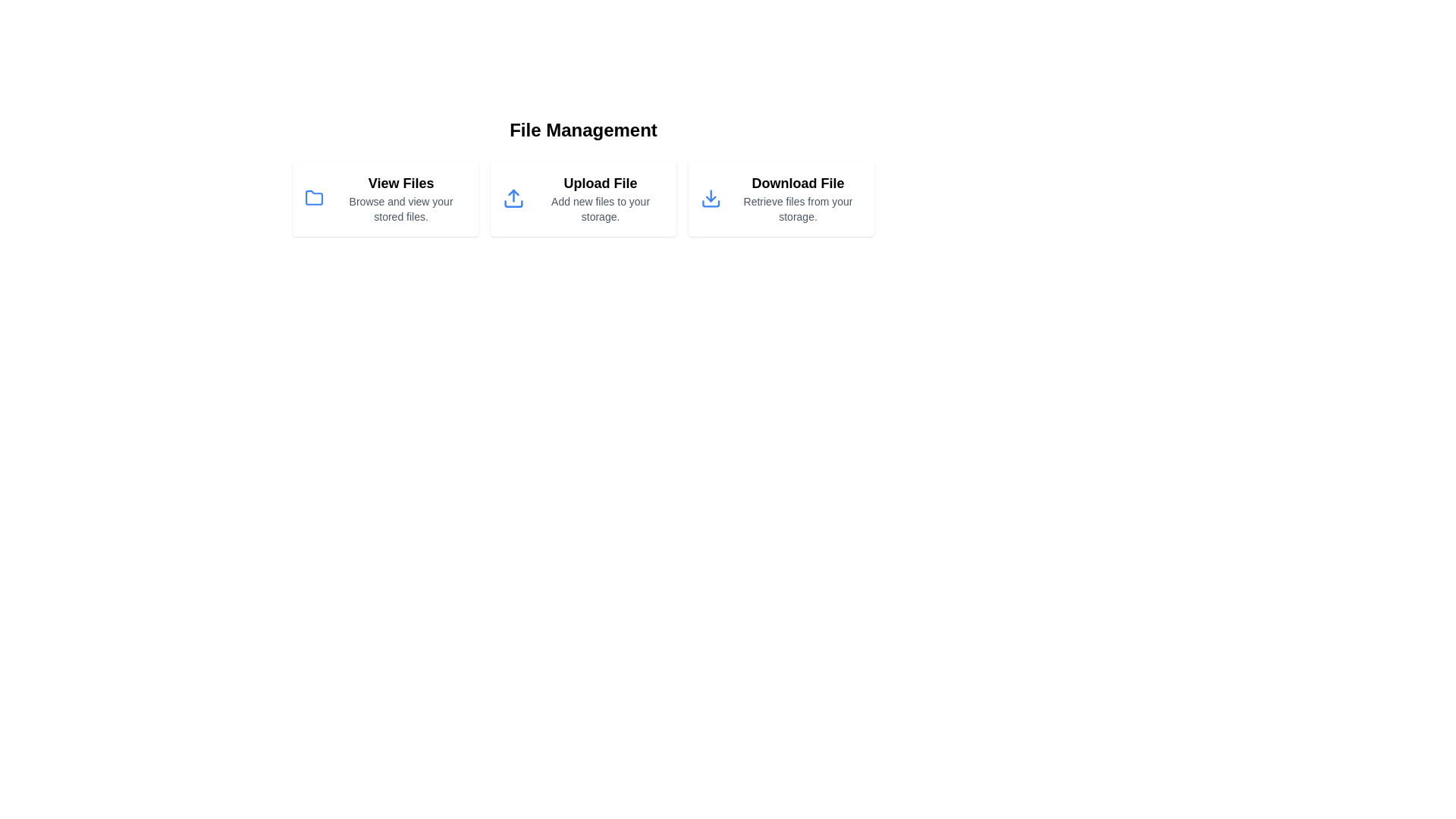  Describe the element at coordinates (582, 198) in the screenshot. I see `the 'Upload File' section of the grid menu, which contains a blue upload arrow icon and the heading 'Upload File'` at that location.